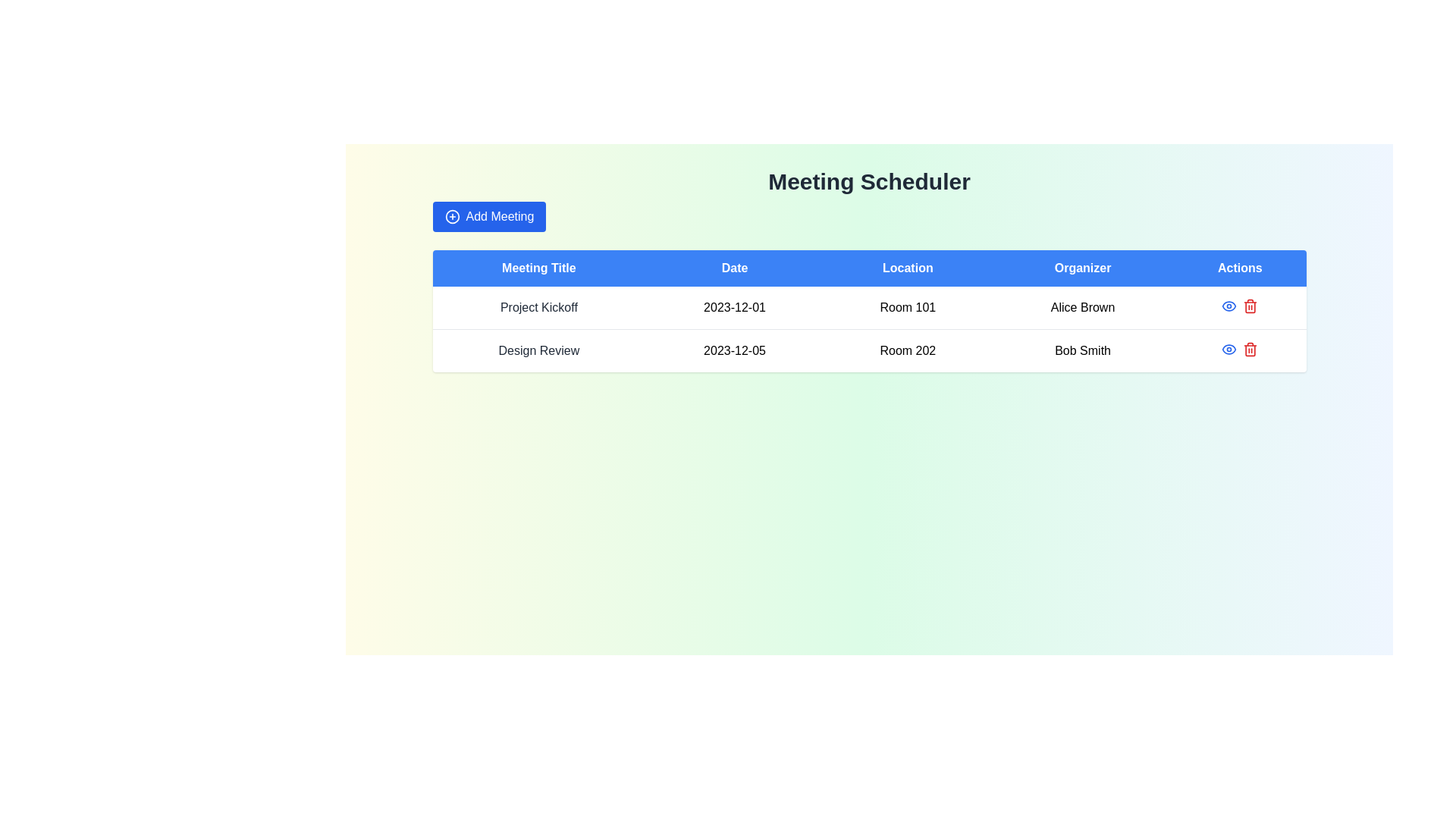 This screenshot has height=819, width=1456. What do you see at coordinates (1082, 350) in the screenshot?
I see `the table cell displaying 'Bob Smith' in bold, located in the fourth column of the second row under the 'Organizer' header` at bounding box center [1082, 350].